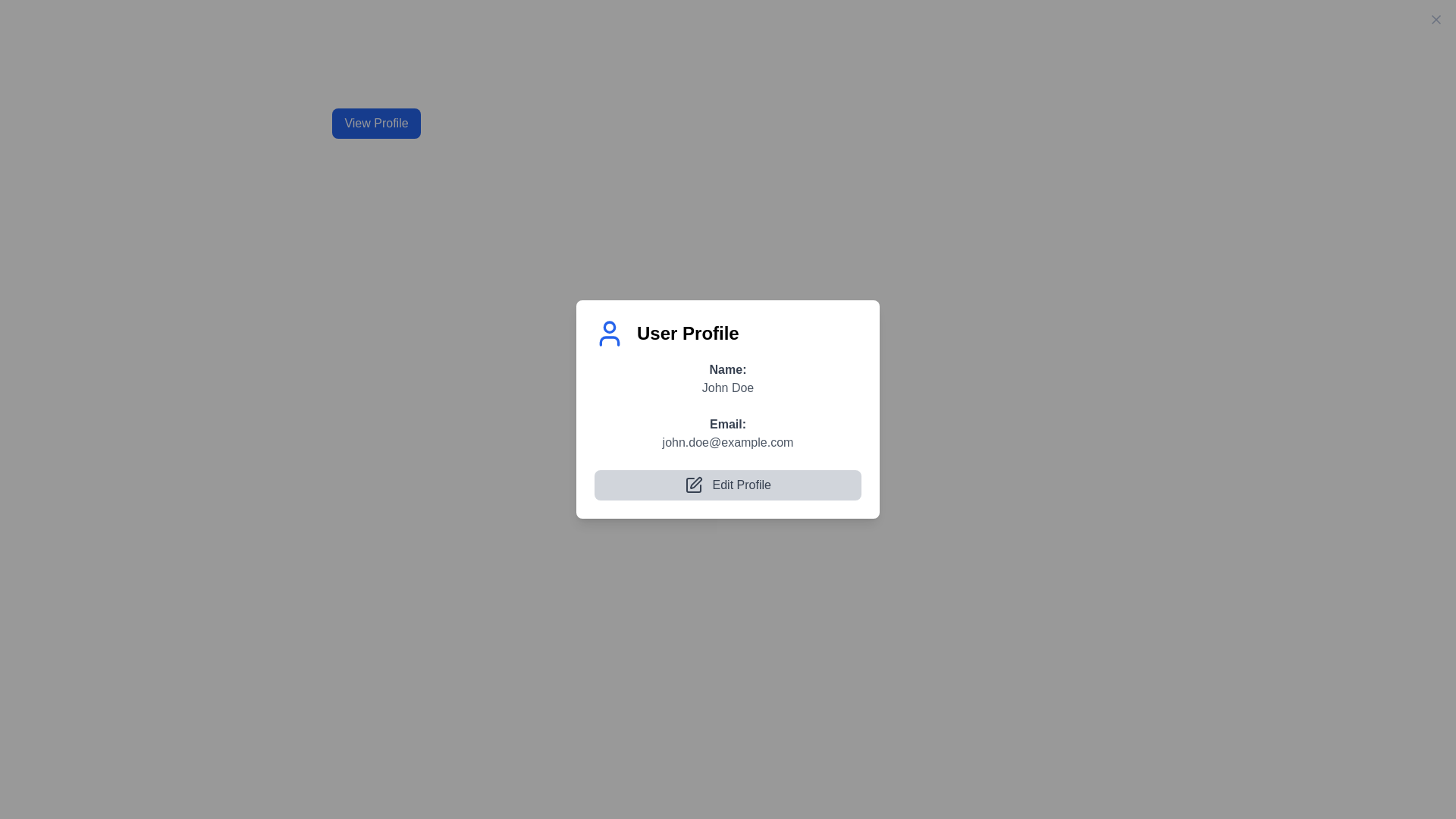 This screenshot has height=819, width=1456. I want to click on the SVG circle that forms the head of the human figure in the 'lucide-user' SVG icon, which is located above the 'User Profile' text in the center of the profile card, so click(610, 326).